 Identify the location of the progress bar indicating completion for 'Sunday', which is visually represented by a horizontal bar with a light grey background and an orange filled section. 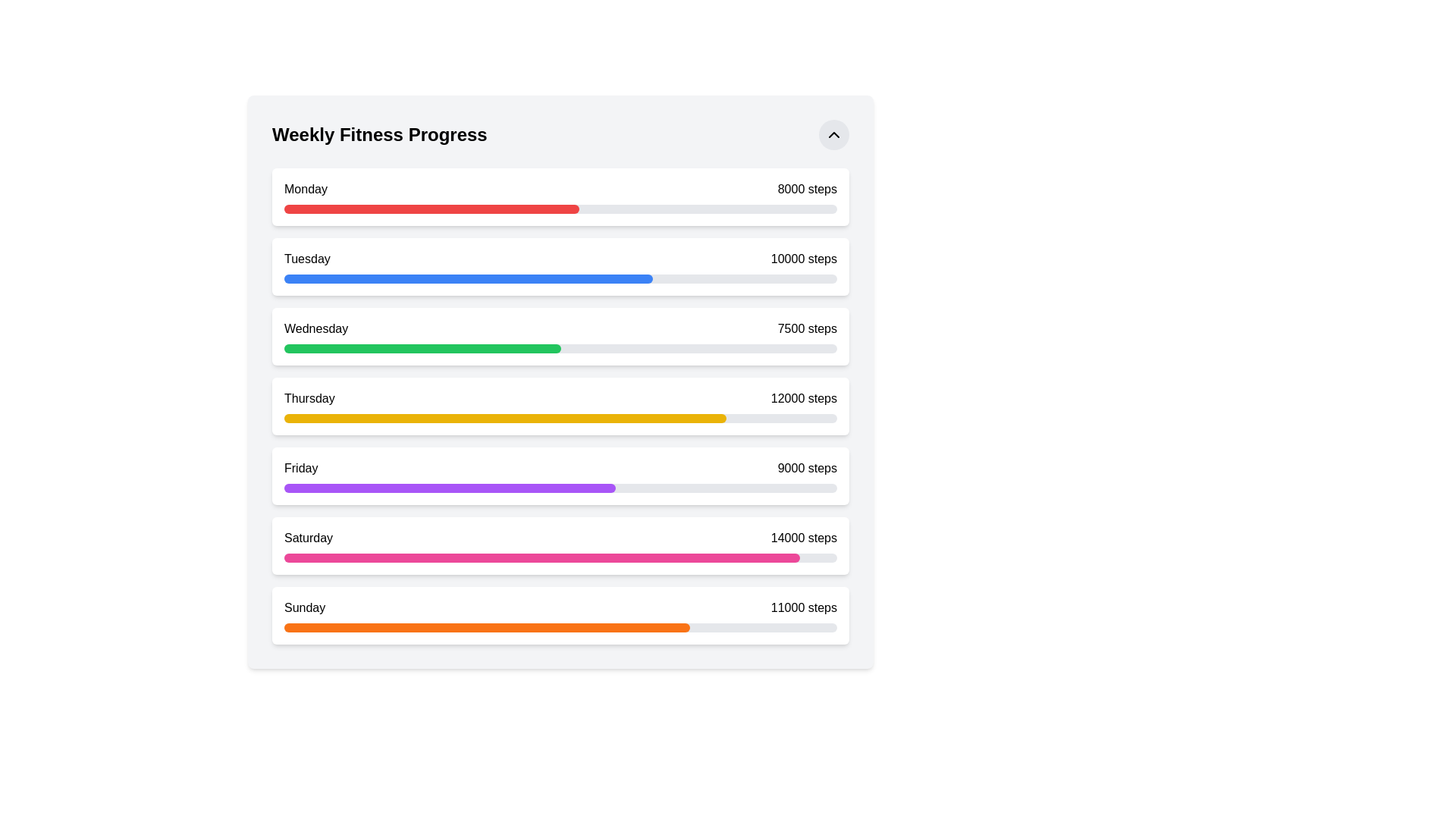
(560, 625).